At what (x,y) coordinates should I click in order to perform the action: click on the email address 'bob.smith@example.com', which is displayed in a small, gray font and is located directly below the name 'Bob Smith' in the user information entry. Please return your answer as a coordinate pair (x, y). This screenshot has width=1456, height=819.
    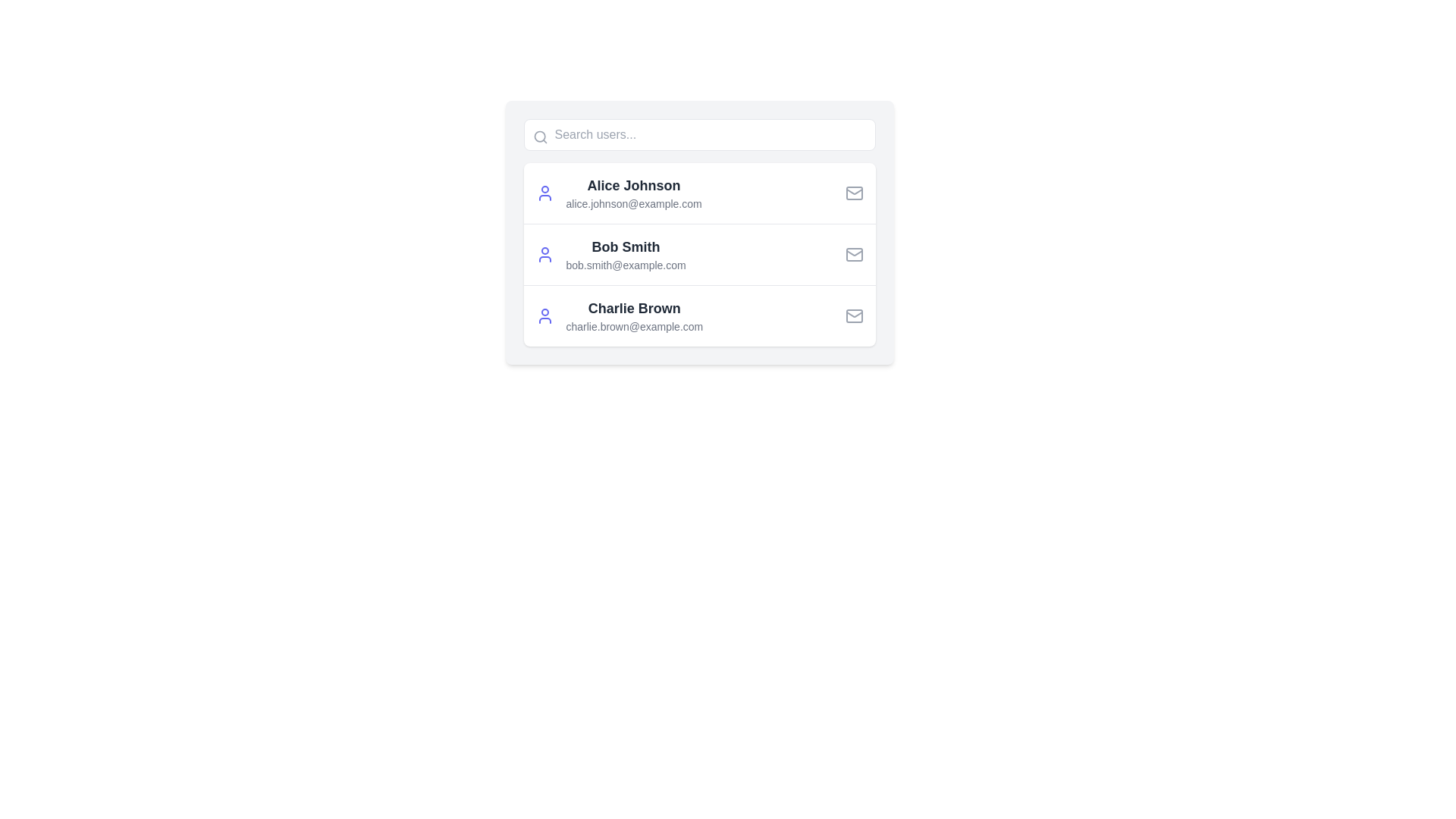
    Looking at the image, I should click on (626, 265).